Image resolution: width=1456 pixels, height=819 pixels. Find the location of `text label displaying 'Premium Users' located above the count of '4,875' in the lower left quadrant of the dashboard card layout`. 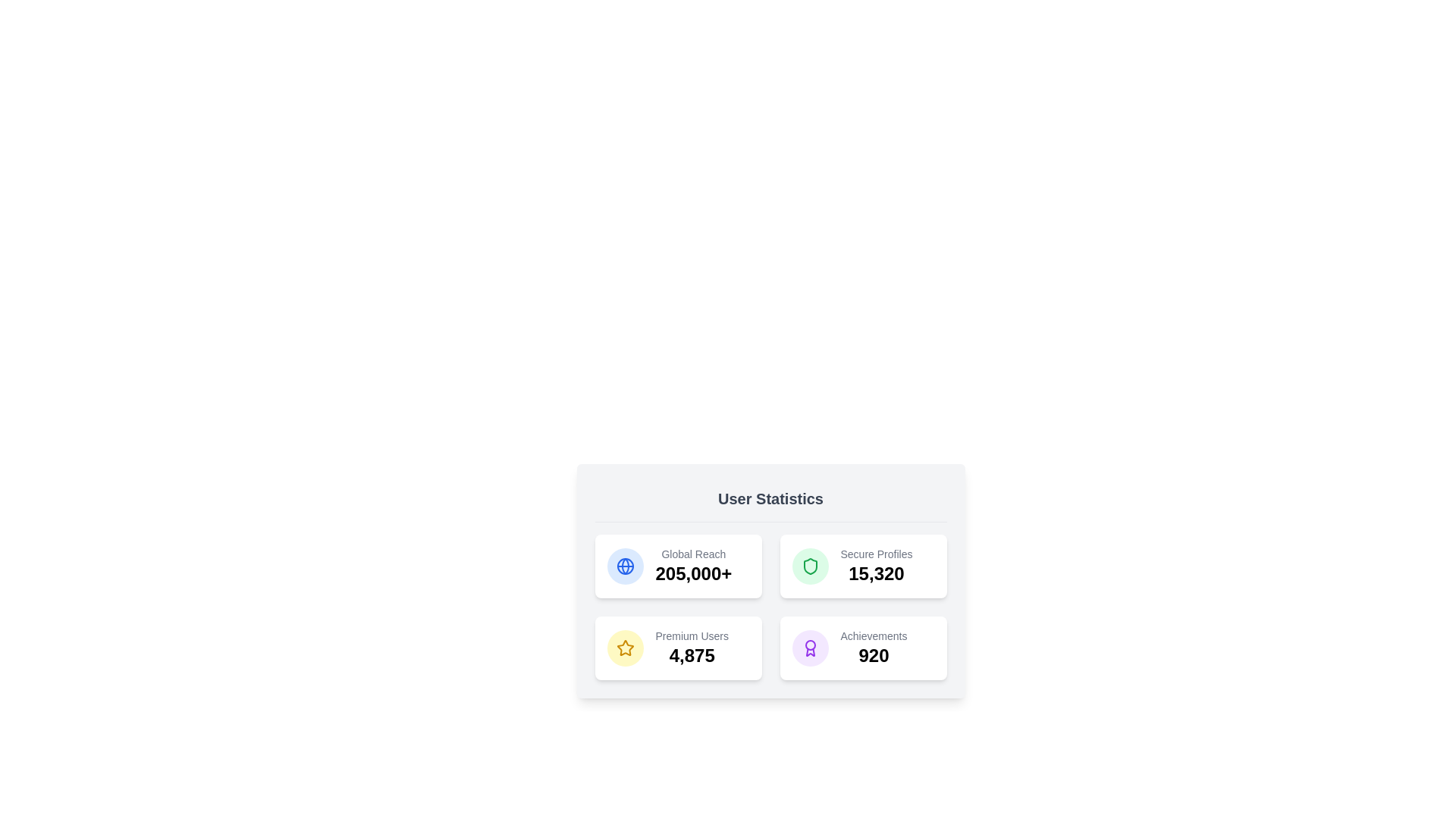

text label displaying 'Premium Users' located above the count of '4,875' in the lower left quadrant of the dashboard card layout is located at coordinates (691, 636).